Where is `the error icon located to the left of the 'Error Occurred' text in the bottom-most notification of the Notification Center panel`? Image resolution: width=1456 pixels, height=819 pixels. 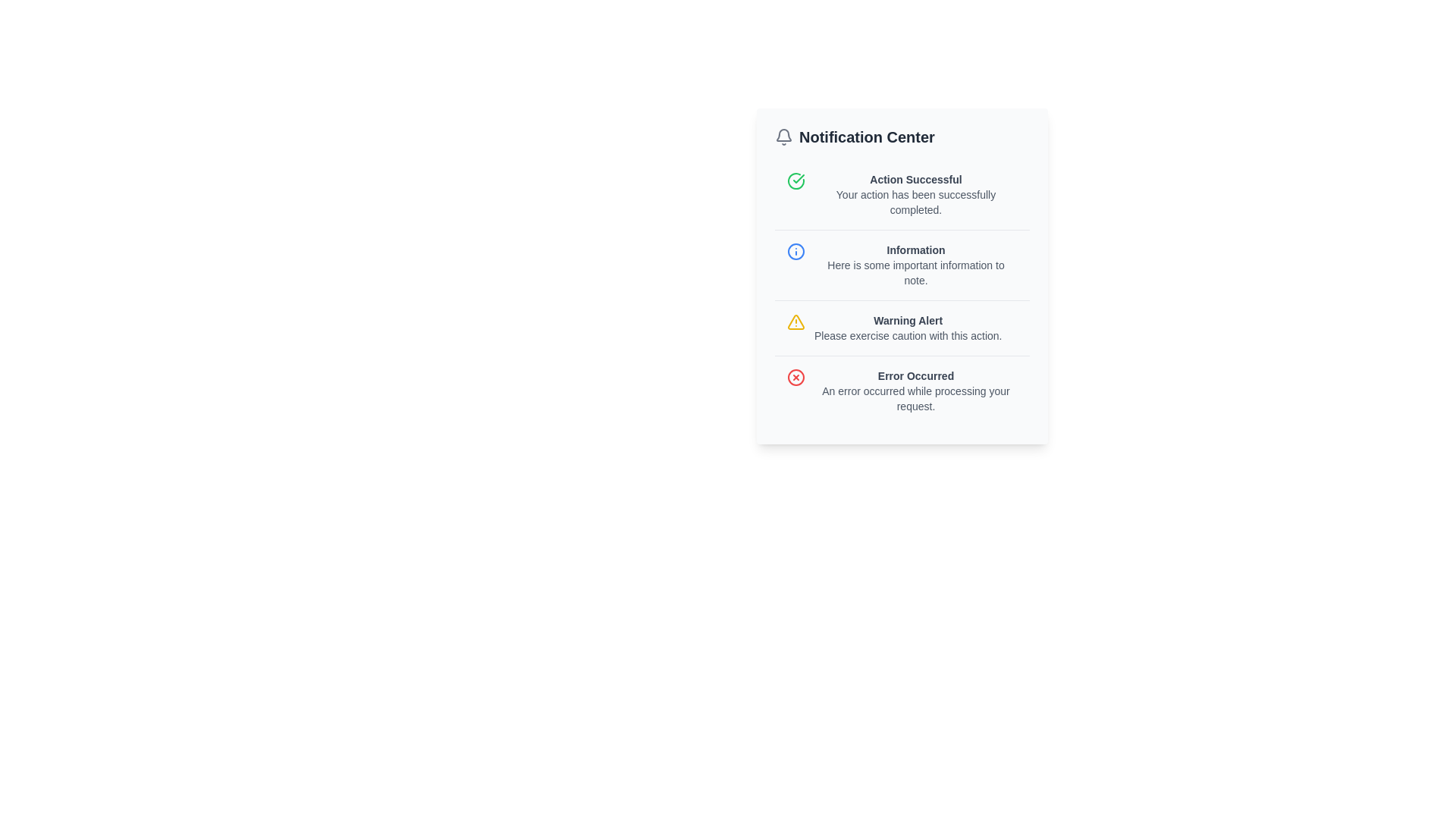 the error icon located to the left of the 'Error Occurred' text in the bottom-most notification of the Notification Center panel is located at coordinates (795, 376).